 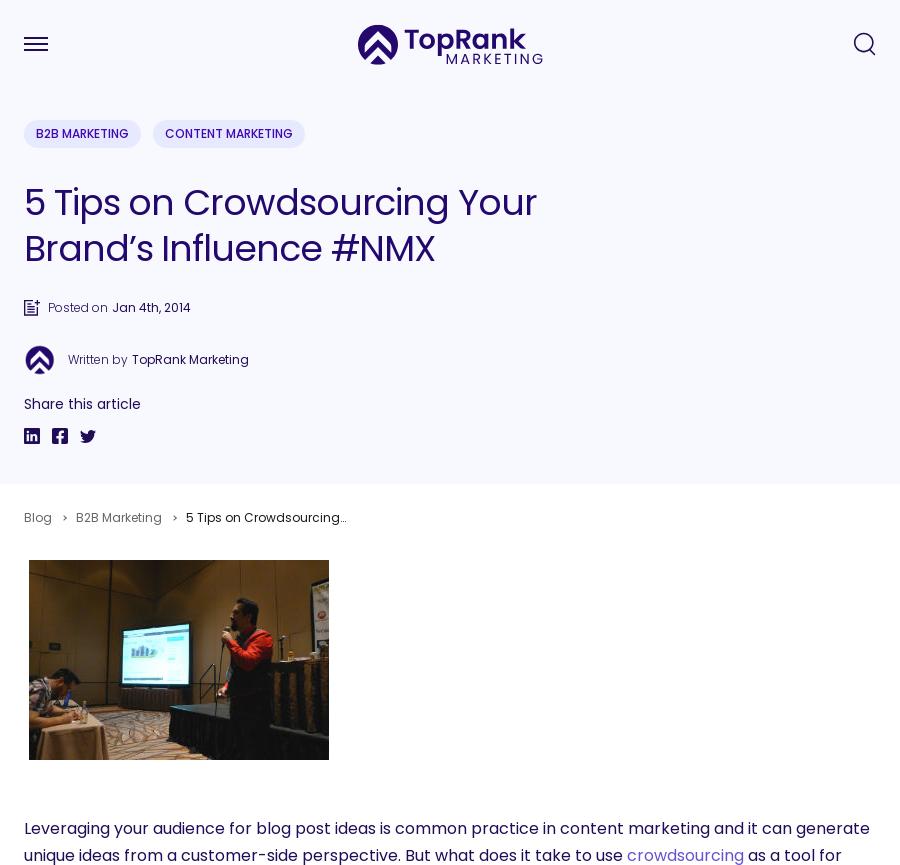 I want to click on 'Content Marketing', so click(x=164, y=133).